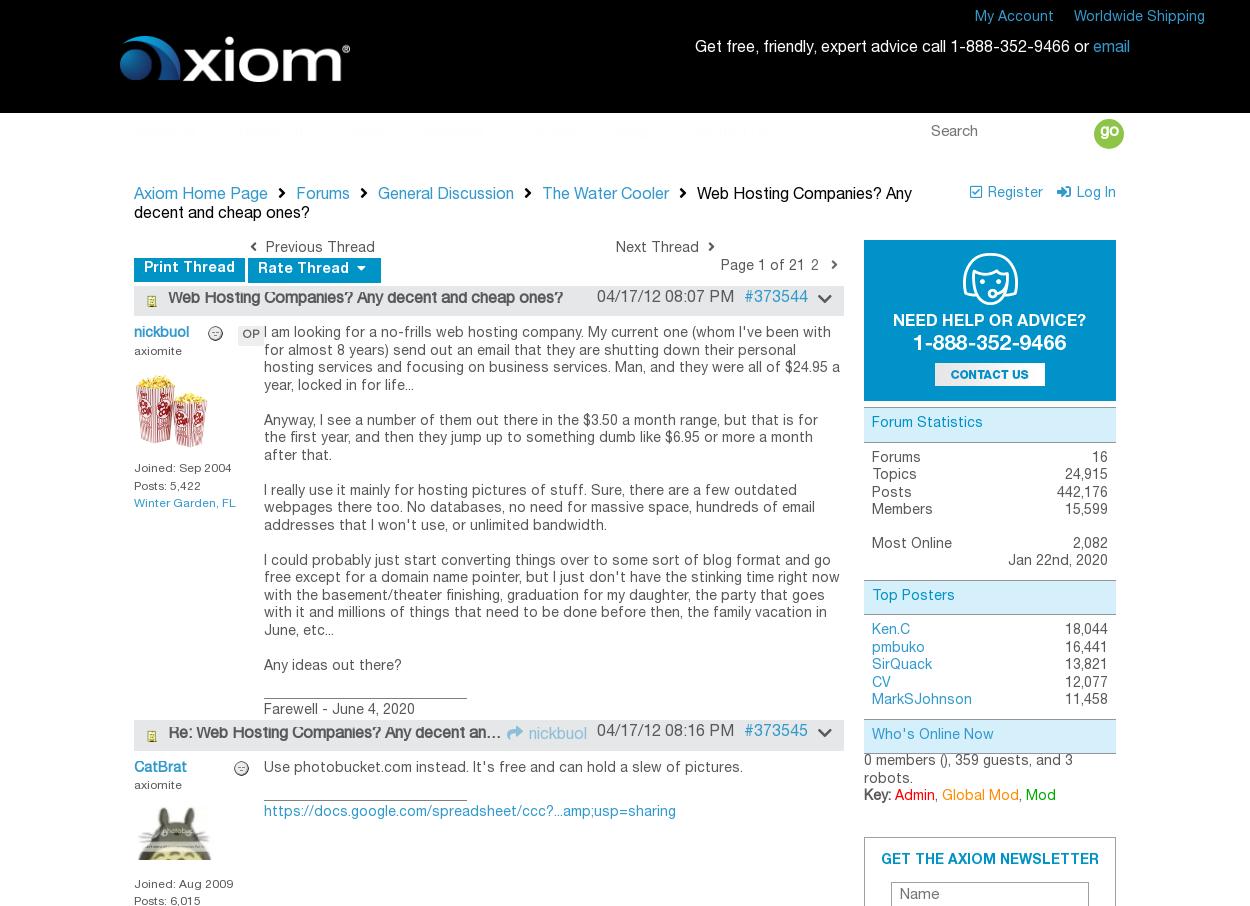 The height and width of the screenshot is (906, 1250). Describe the element at coordinates (167, 484) in the screenshot. I see `'Posts: 5,422'` at that location.